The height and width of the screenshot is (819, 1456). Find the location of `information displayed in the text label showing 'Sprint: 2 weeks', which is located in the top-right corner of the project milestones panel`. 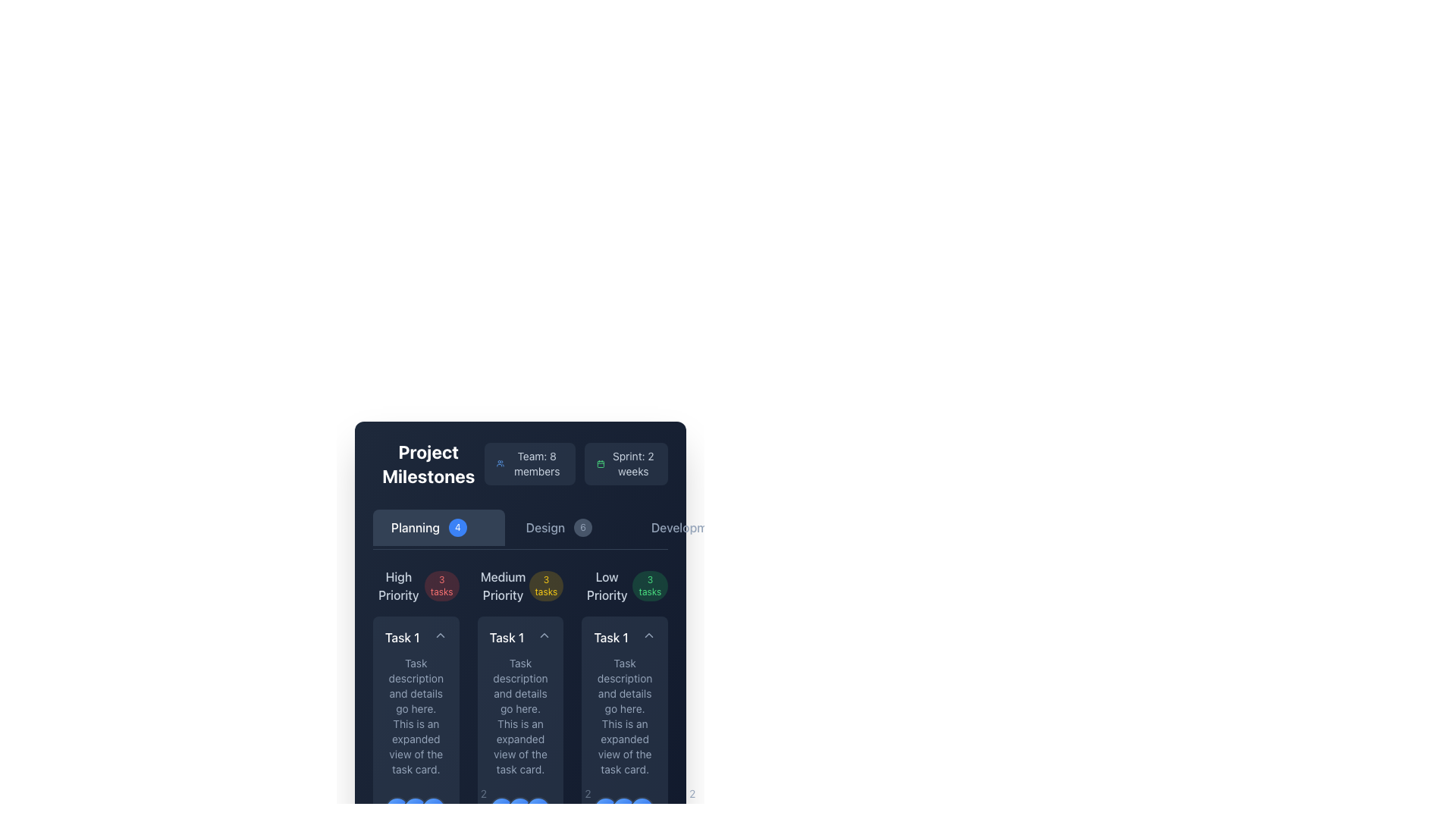

information displayed in the text label showing 'Sprint: 2 weeks', which is located in the top-right corner of the project milestones panel is located at coordinates (633, 463).